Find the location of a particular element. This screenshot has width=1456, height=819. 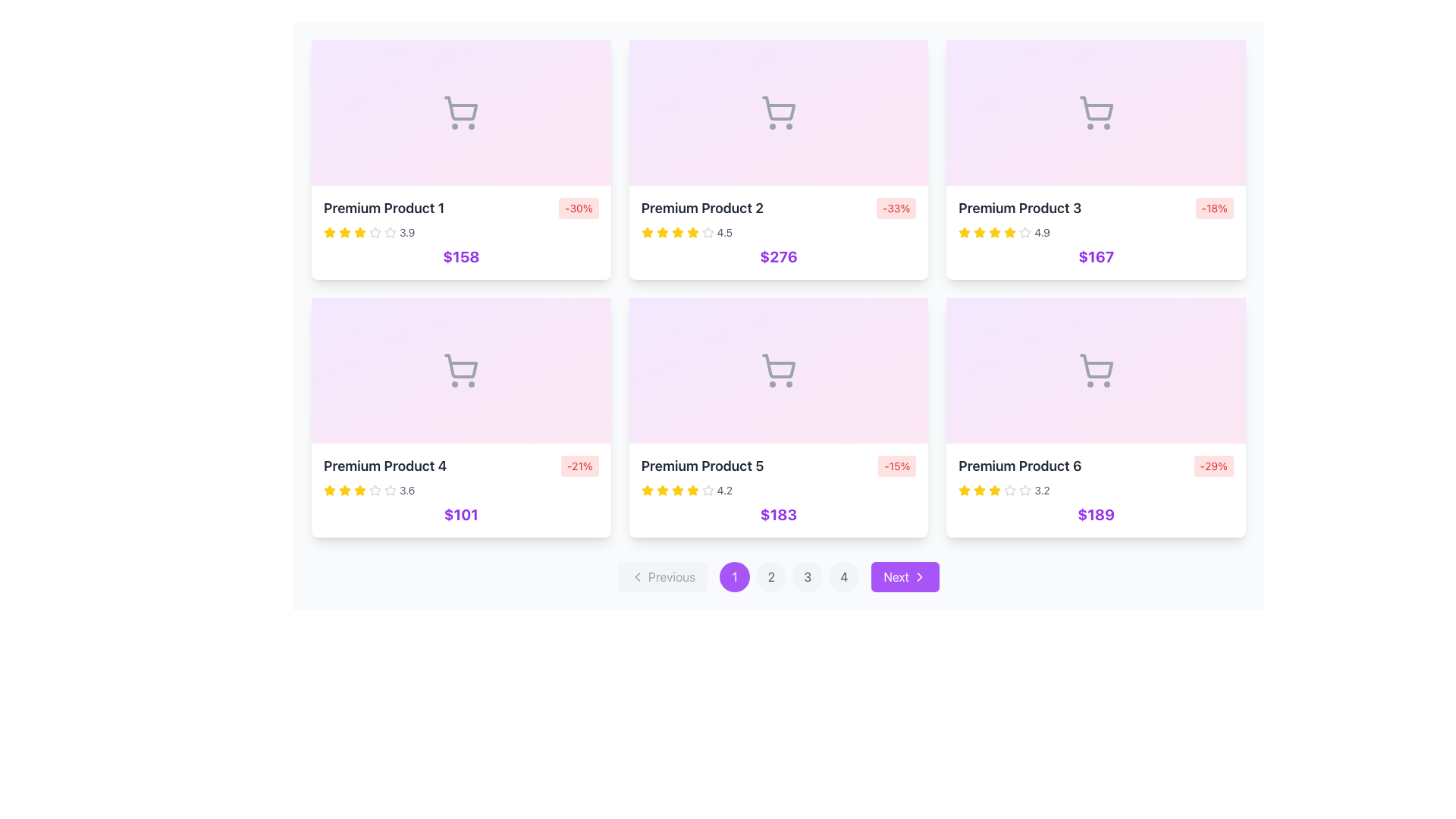

the text label displaying the numerical rating value '3.9', which is styled with a small text size and light gray color, positioned immediately after the star icons in the first product card of the grid layout is located at coordinates (407, 233).